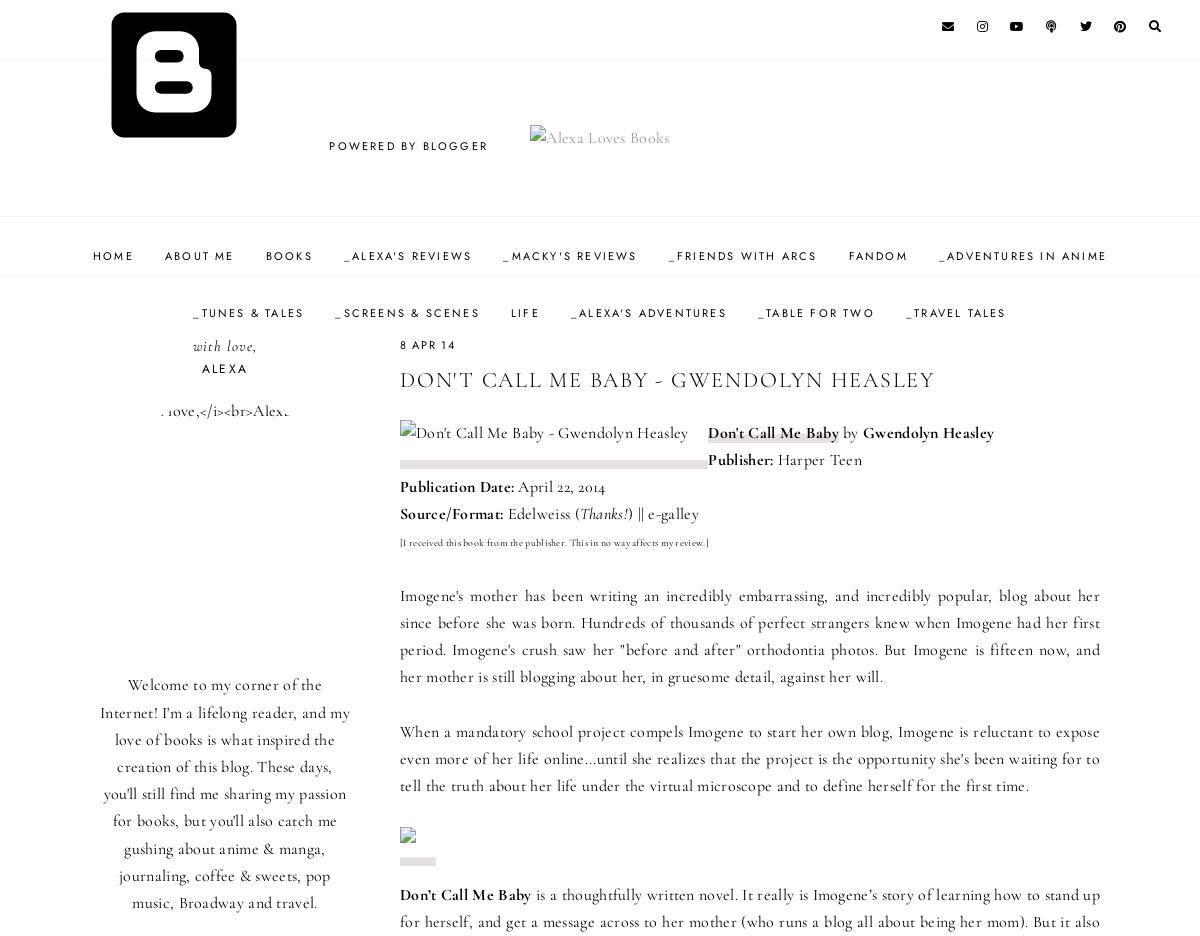  I want to click on '_Macky's Reviews', so click(502, 254).